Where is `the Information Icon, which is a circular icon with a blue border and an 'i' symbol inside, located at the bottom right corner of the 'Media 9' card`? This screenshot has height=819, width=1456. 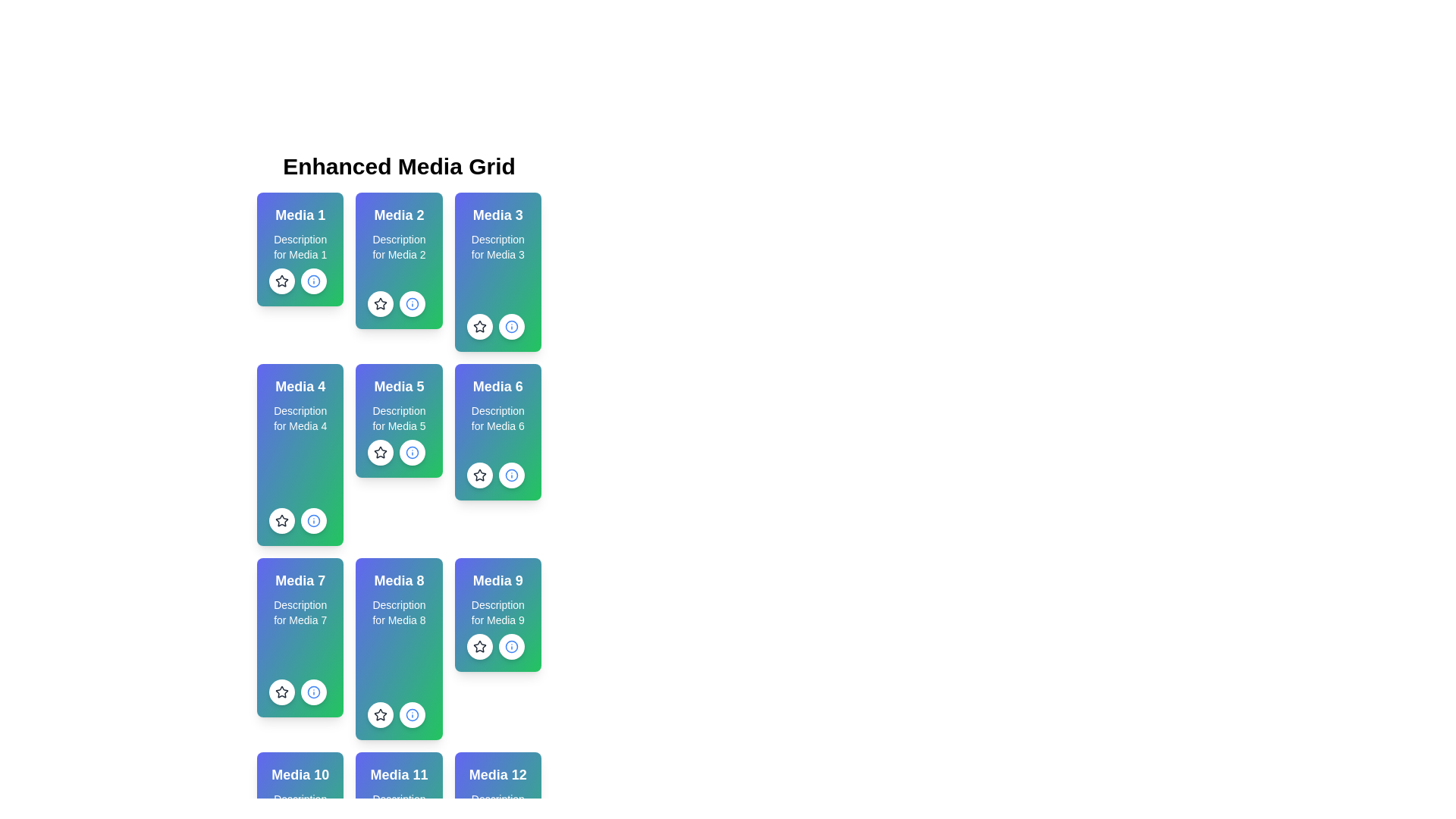 the Information Icon, which is a circular icon with a blue border and an 'i' symbol inside, located at the bottom right corner of the 'Media 9' card is located at coordinates (511, 646).